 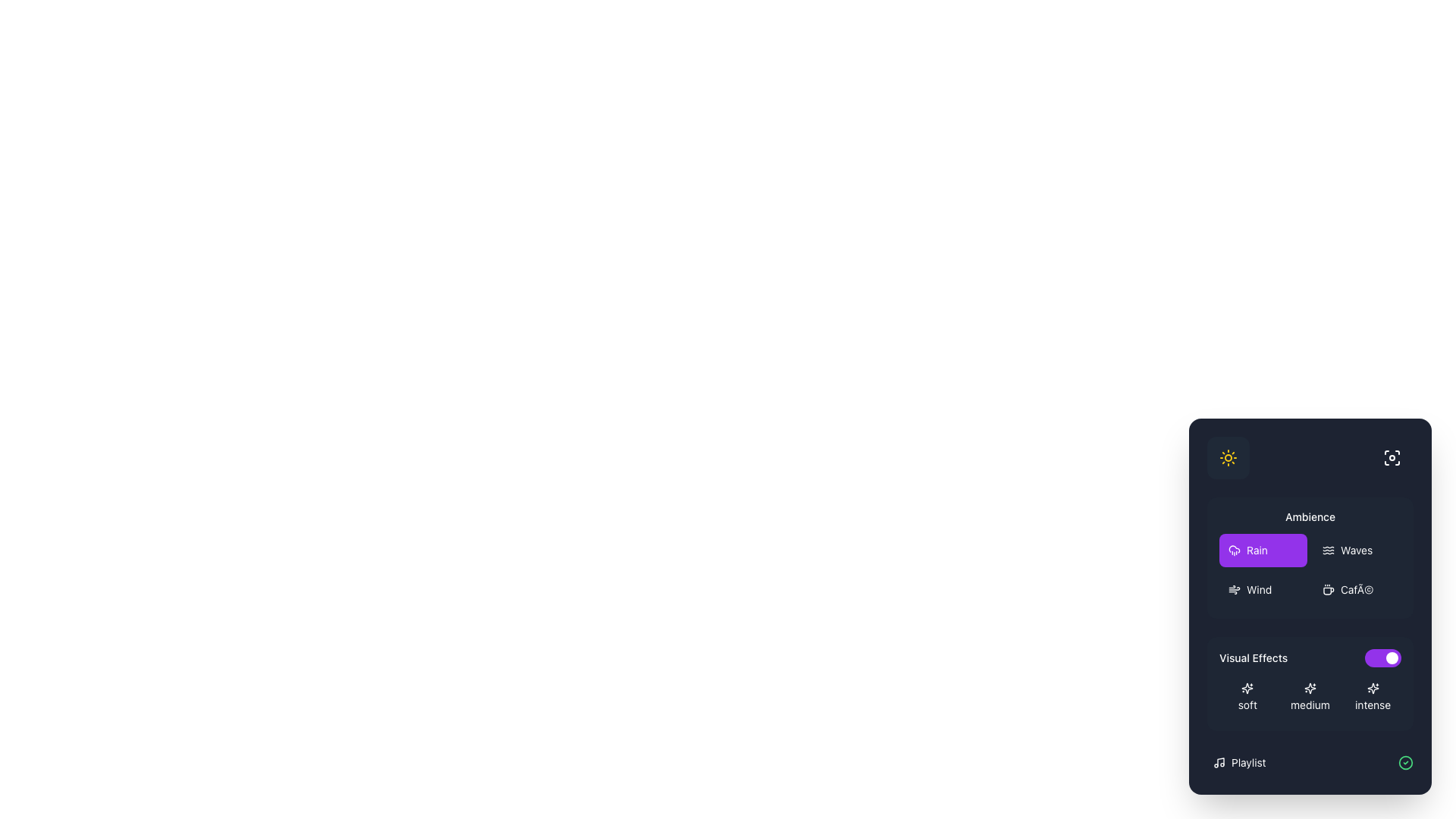 I want to click on the small circular toggle indicator with a white background and purple border located in the upper-right corner of the toggle switch in the 'Visual Effects' section, so click(x=1392, y=657).